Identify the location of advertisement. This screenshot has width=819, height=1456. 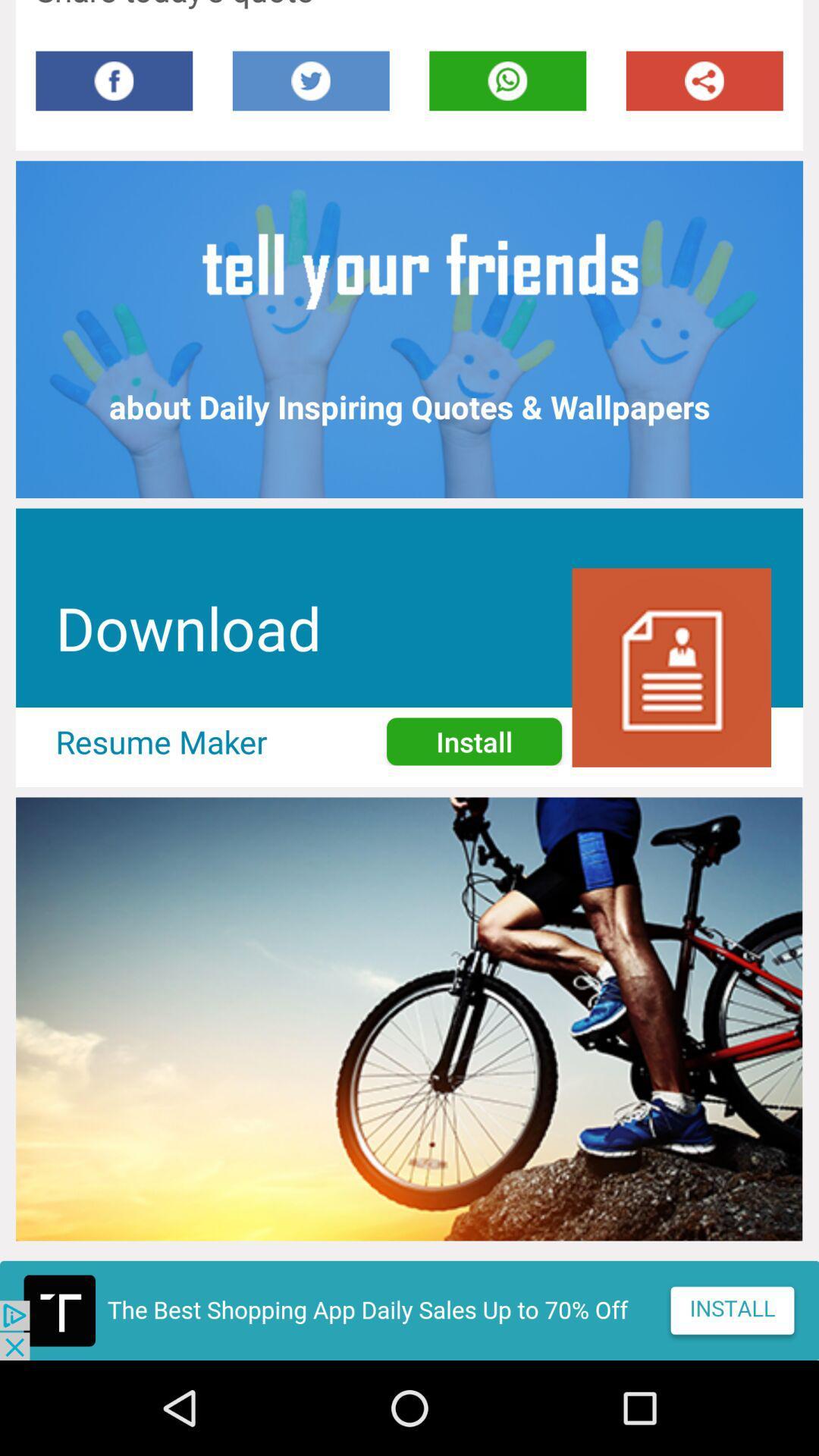
(409, 1310).